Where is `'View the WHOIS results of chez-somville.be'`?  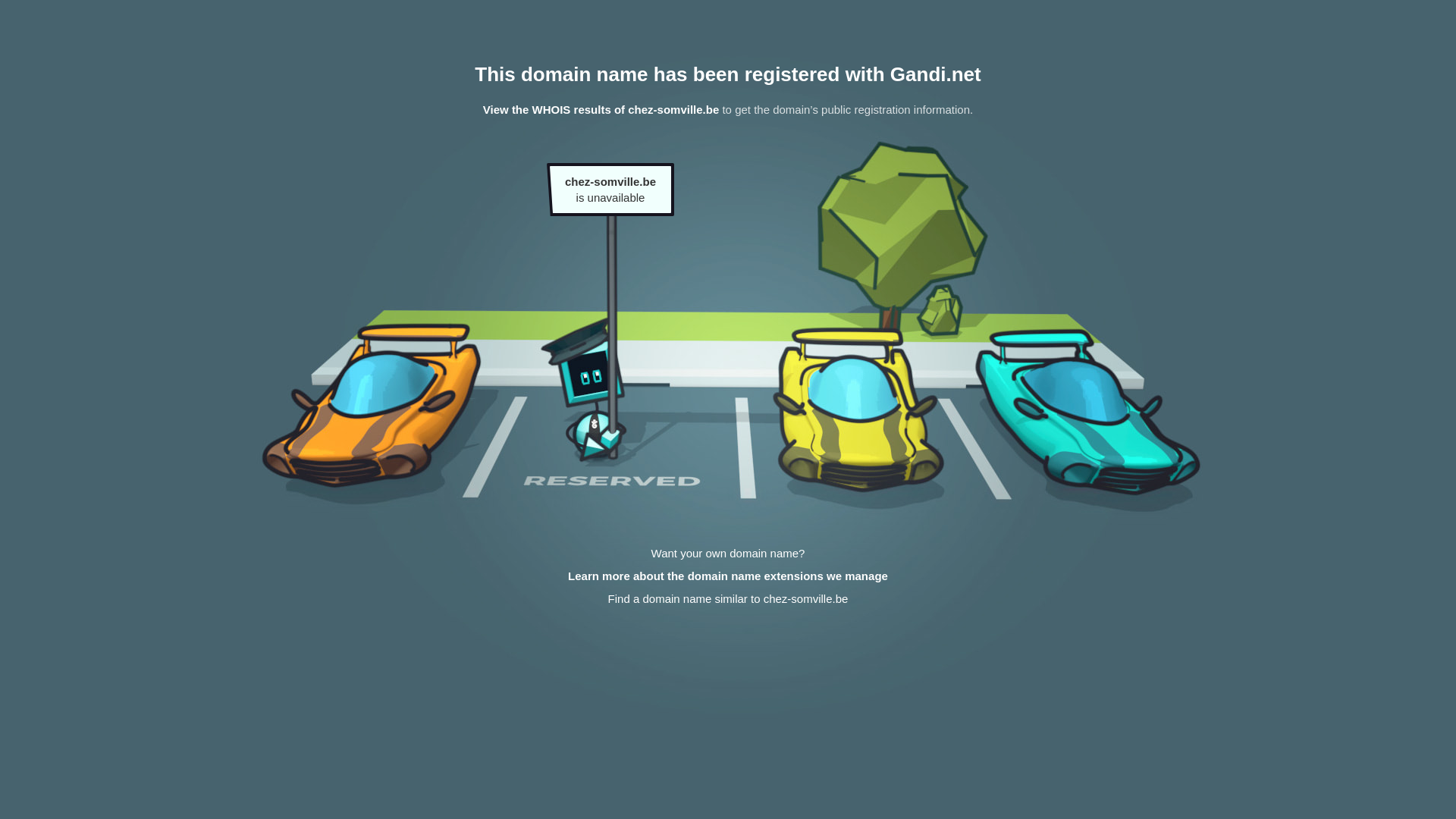
'View the WHOIS results of chez-somville.be' is located at coordinates (600, 108).